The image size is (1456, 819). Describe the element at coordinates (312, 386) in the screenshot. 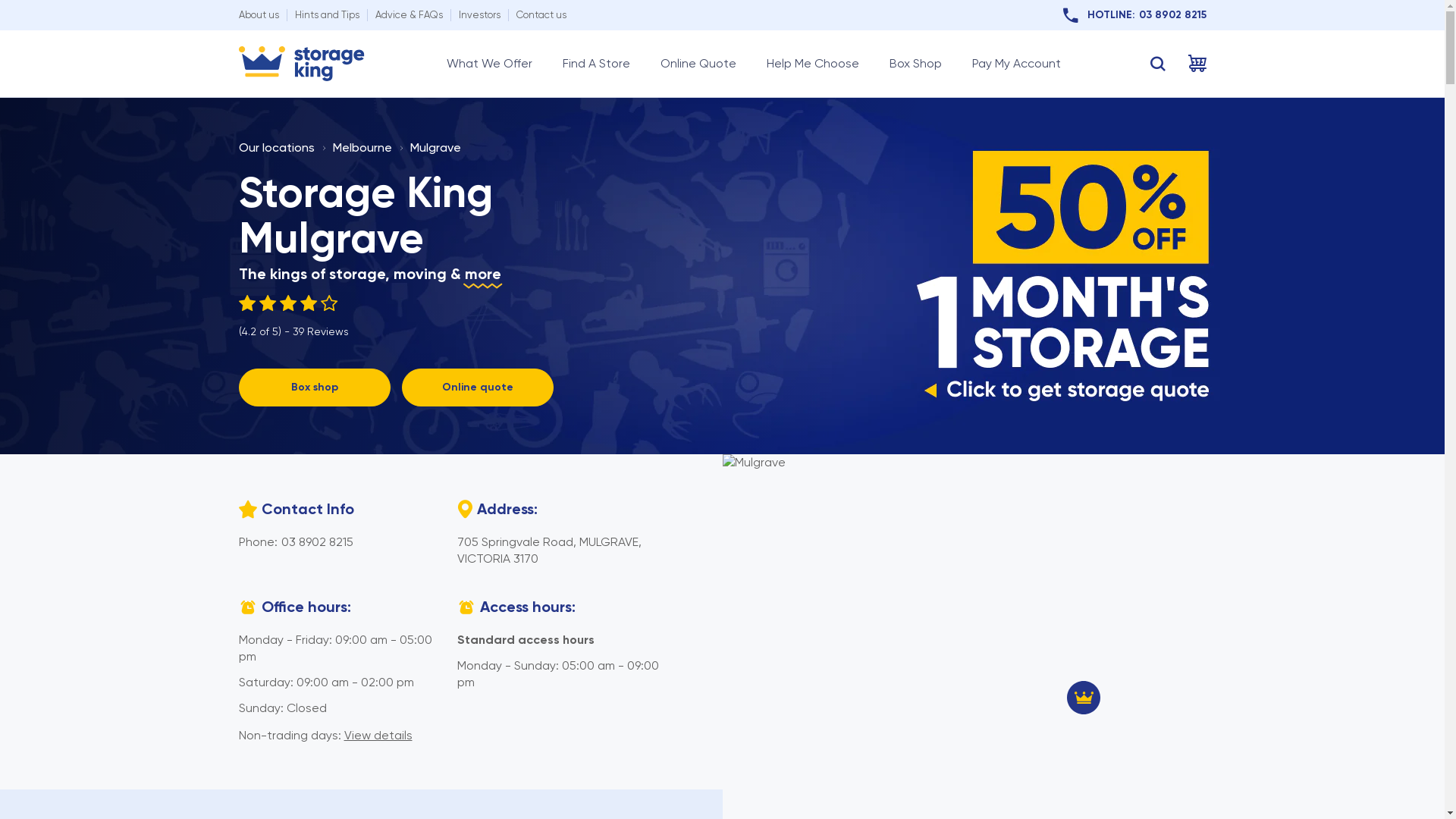

I see `'Box shop'` at that location.